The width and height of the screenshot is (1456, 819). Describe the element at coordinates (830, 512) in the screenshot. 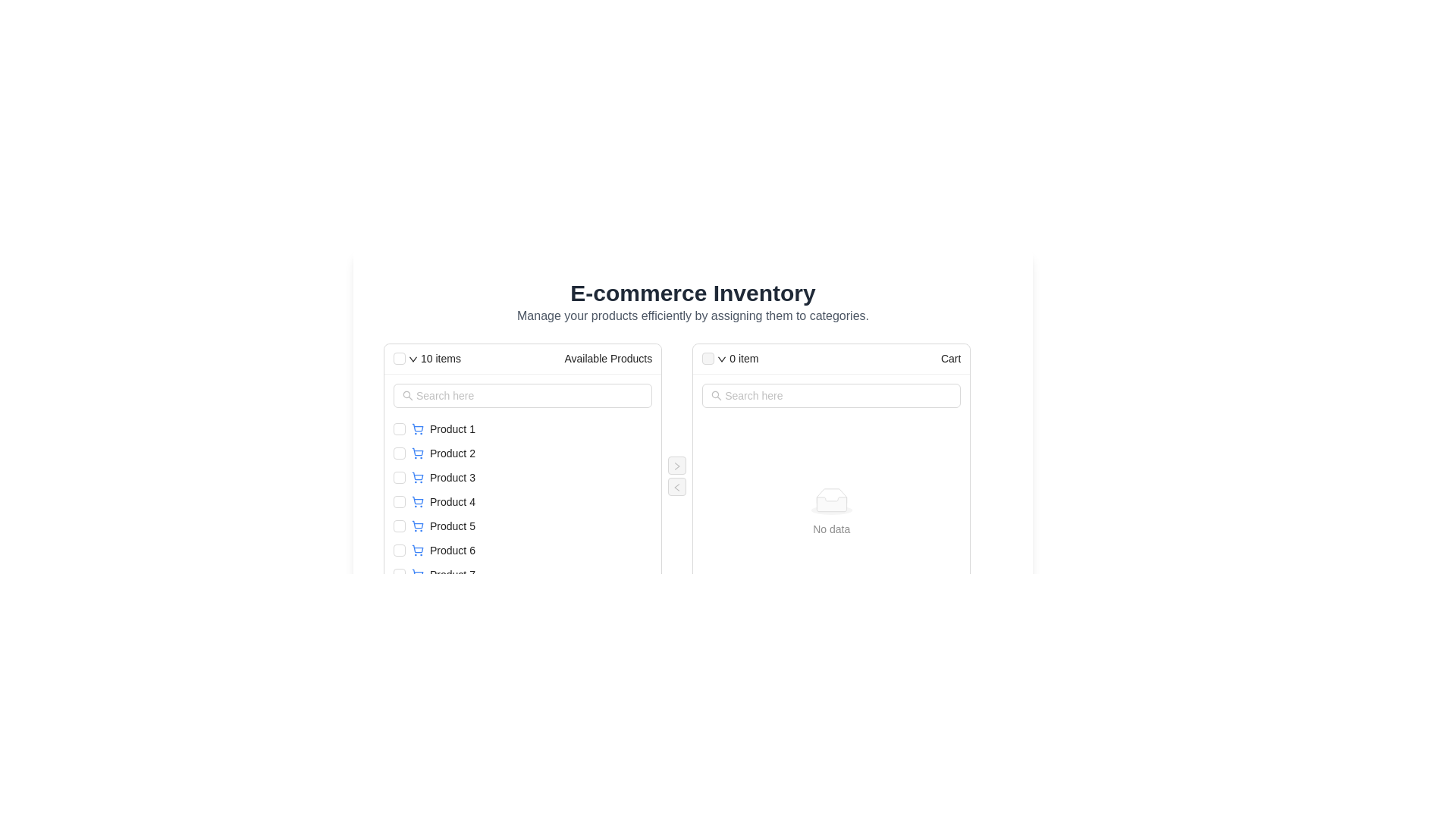

I see `the informational placeholder UI component in the 'Cart' section that displays the 'No data' message` at that location.